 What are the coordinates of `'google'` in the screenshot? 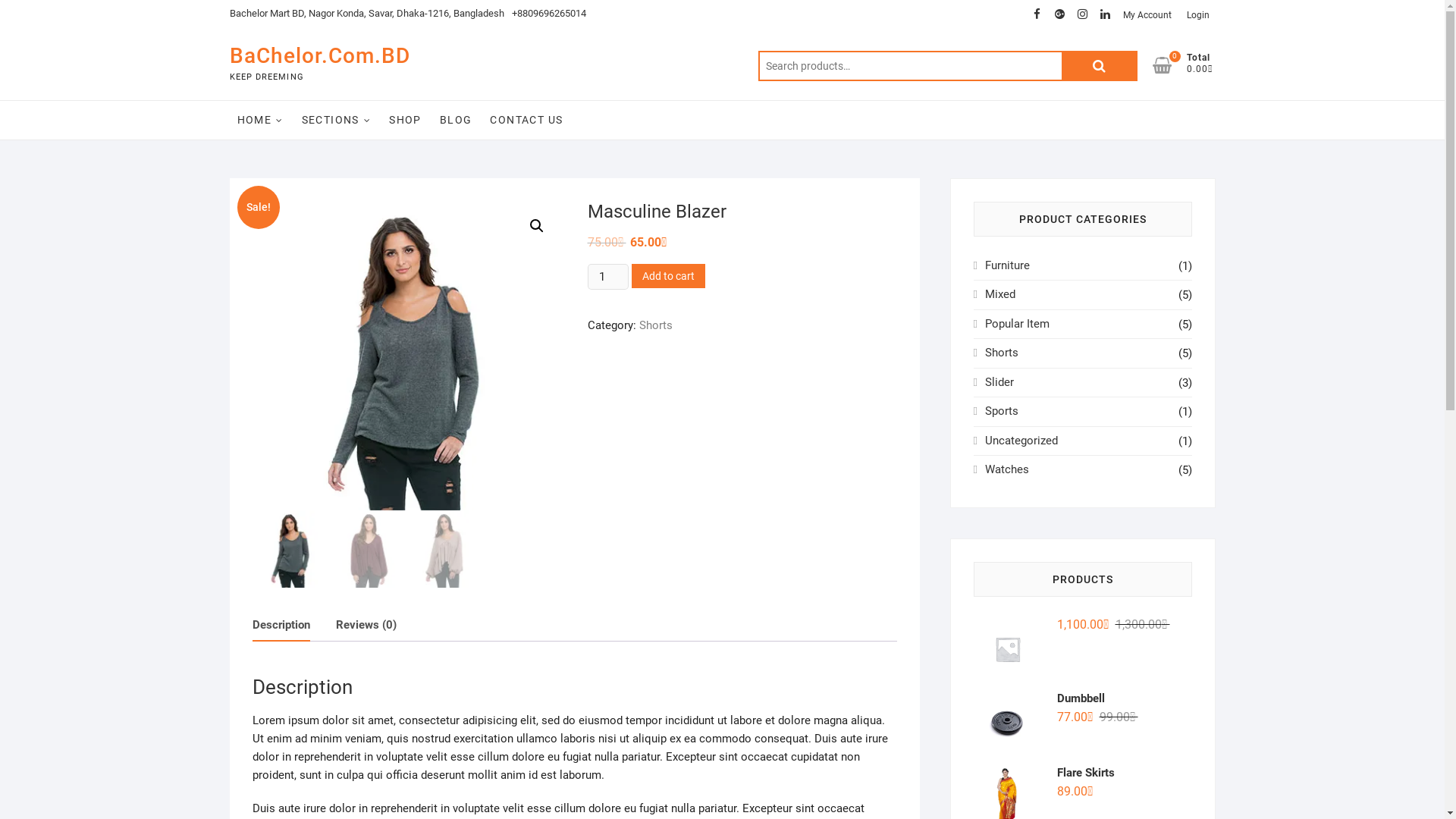 It's located at (1047, 14).